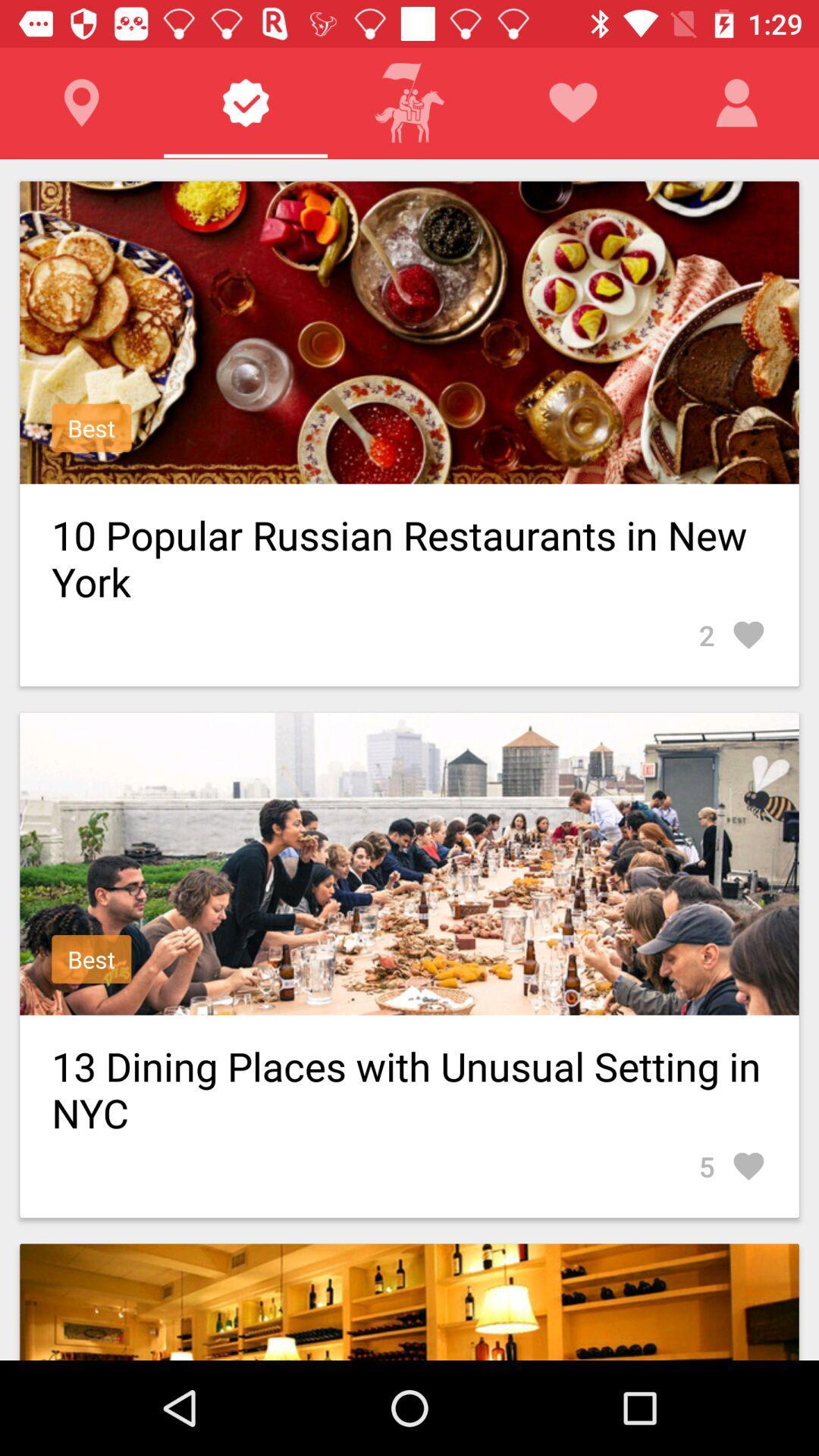 The image size is (819, 1456). I want to click on the 2 item, so click(732, 635).